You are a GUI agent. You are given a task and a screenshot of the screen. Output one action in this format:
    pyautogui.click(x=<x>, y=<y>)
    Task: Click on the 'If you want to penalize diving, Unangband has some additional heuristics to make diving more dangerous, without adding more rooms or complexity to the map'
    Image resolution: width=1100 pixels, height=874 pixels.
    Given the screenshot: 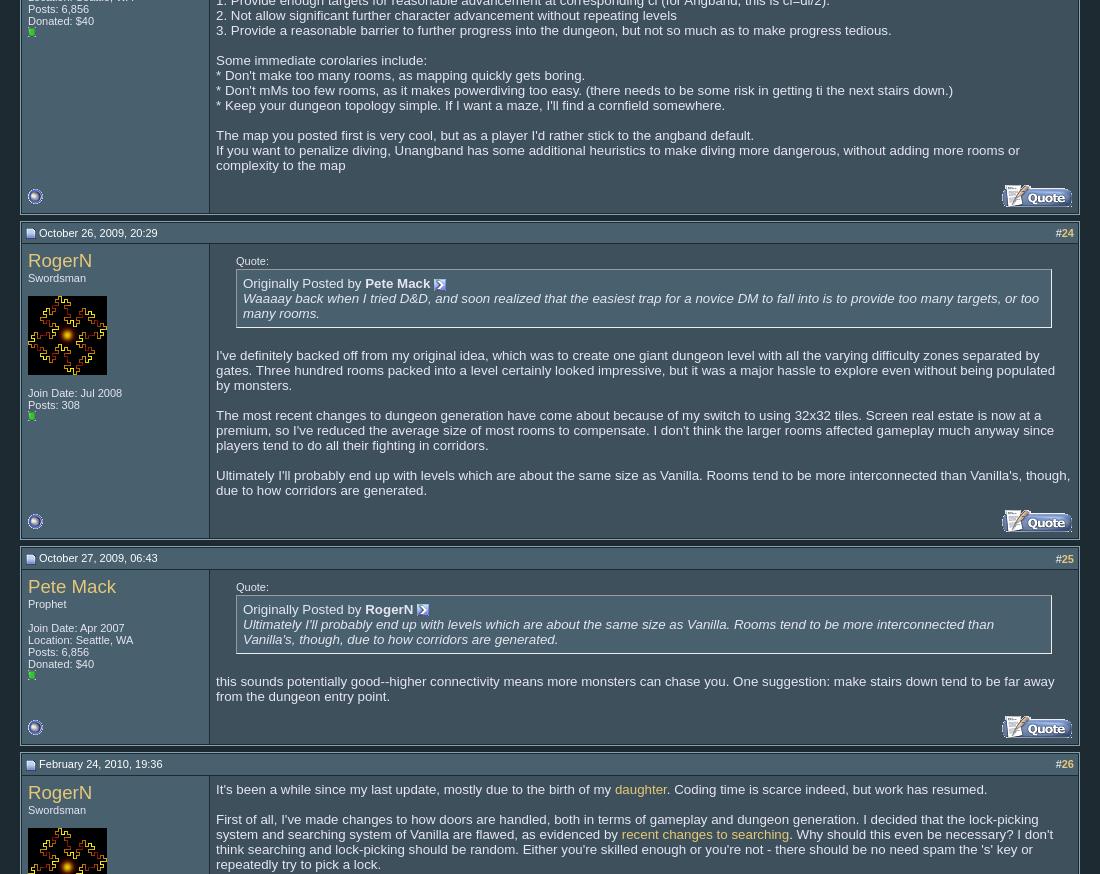 What is the action you would take?
    pyautogui.click(x=616, y=155)
    